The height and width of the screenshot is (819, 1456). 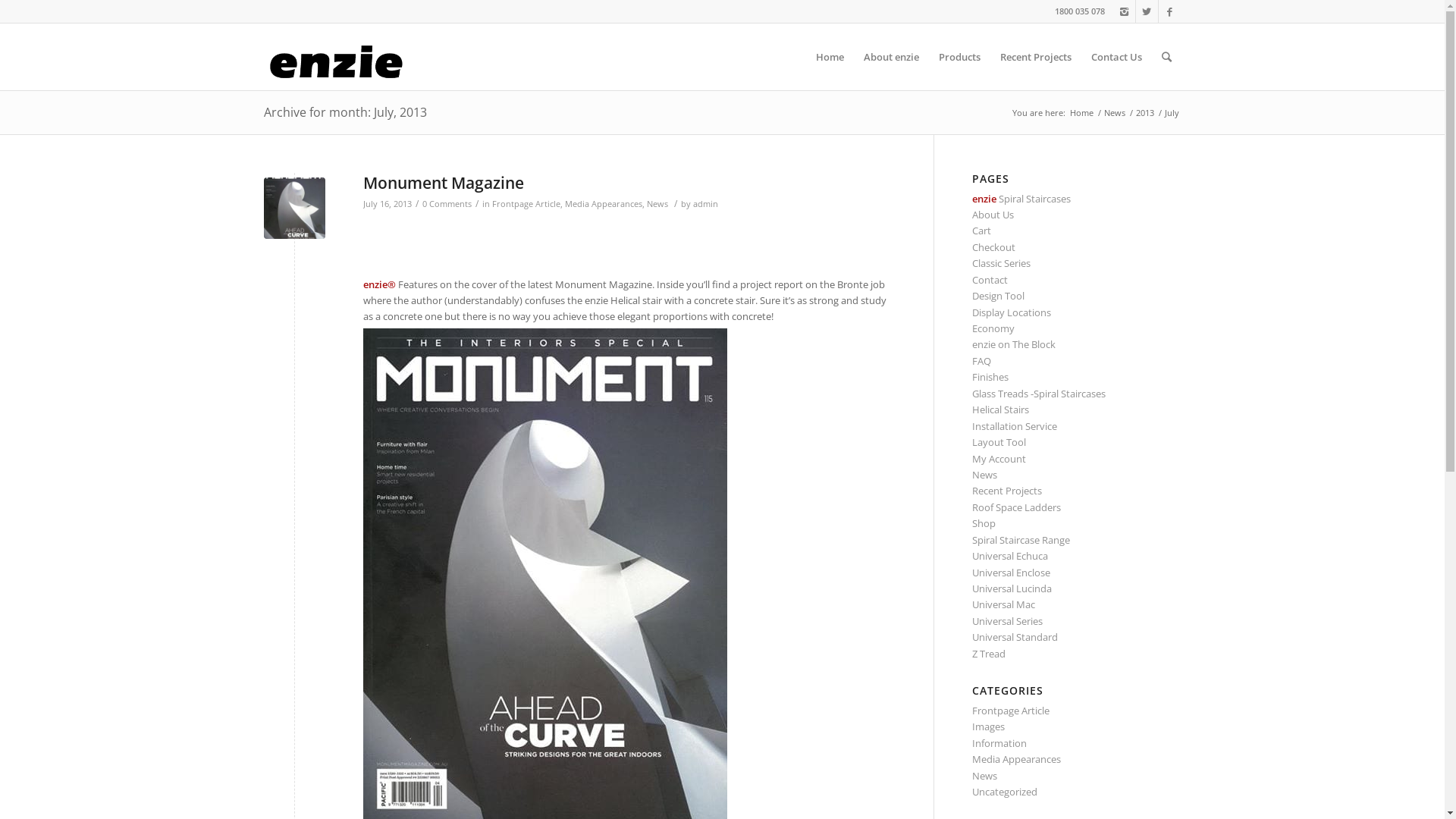 What do you see at coordinates (1021, 198) in the screenshot?
I see `'enzie Spiral Staircases'` at bounding box center [1021, 198].